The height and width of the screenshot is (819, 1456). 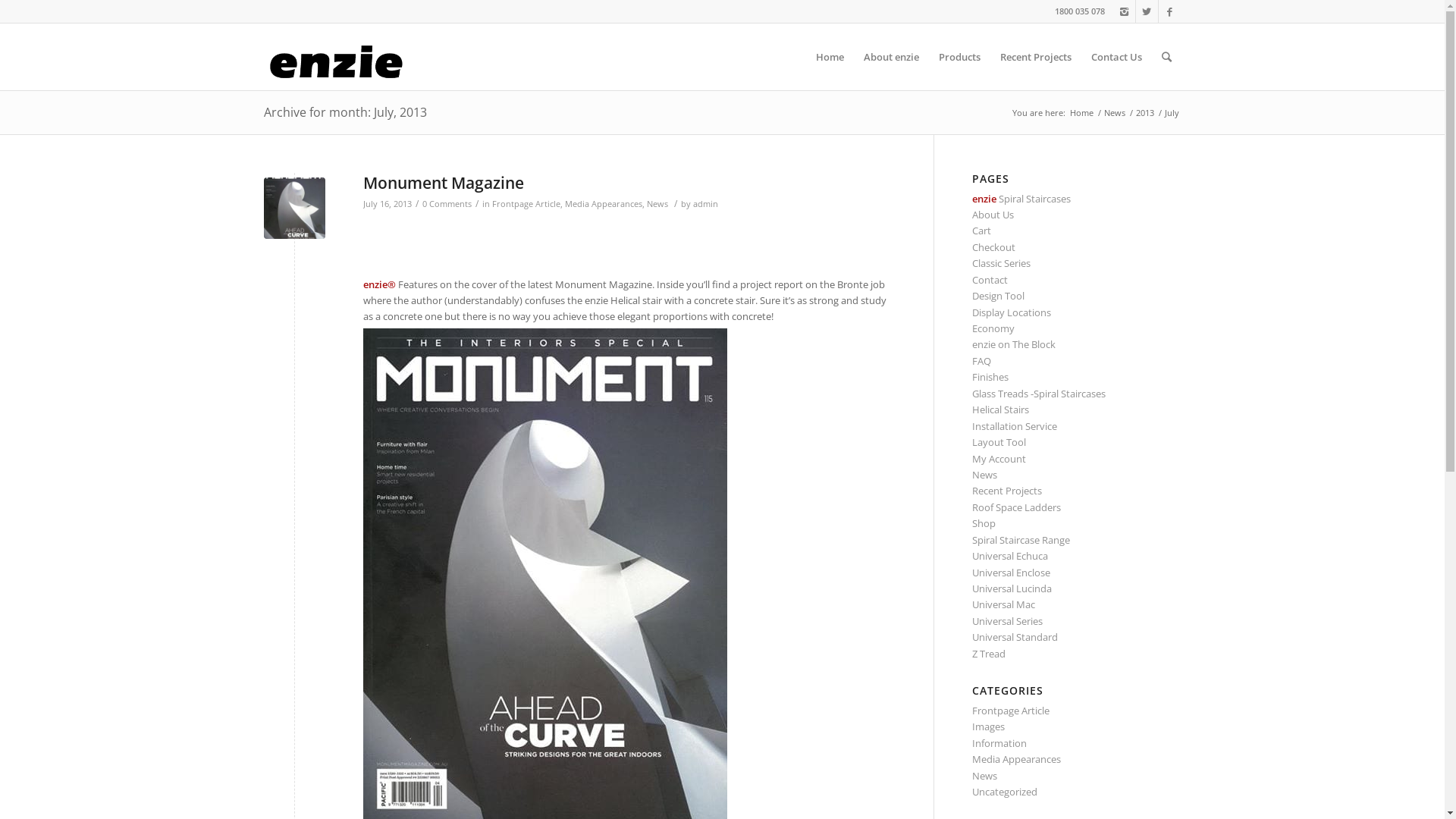 What do you see at coordinates (1021, 198) in the screenshot?
I see `'enzie Spiral Staircases'` at bounding box center [1021, 198].